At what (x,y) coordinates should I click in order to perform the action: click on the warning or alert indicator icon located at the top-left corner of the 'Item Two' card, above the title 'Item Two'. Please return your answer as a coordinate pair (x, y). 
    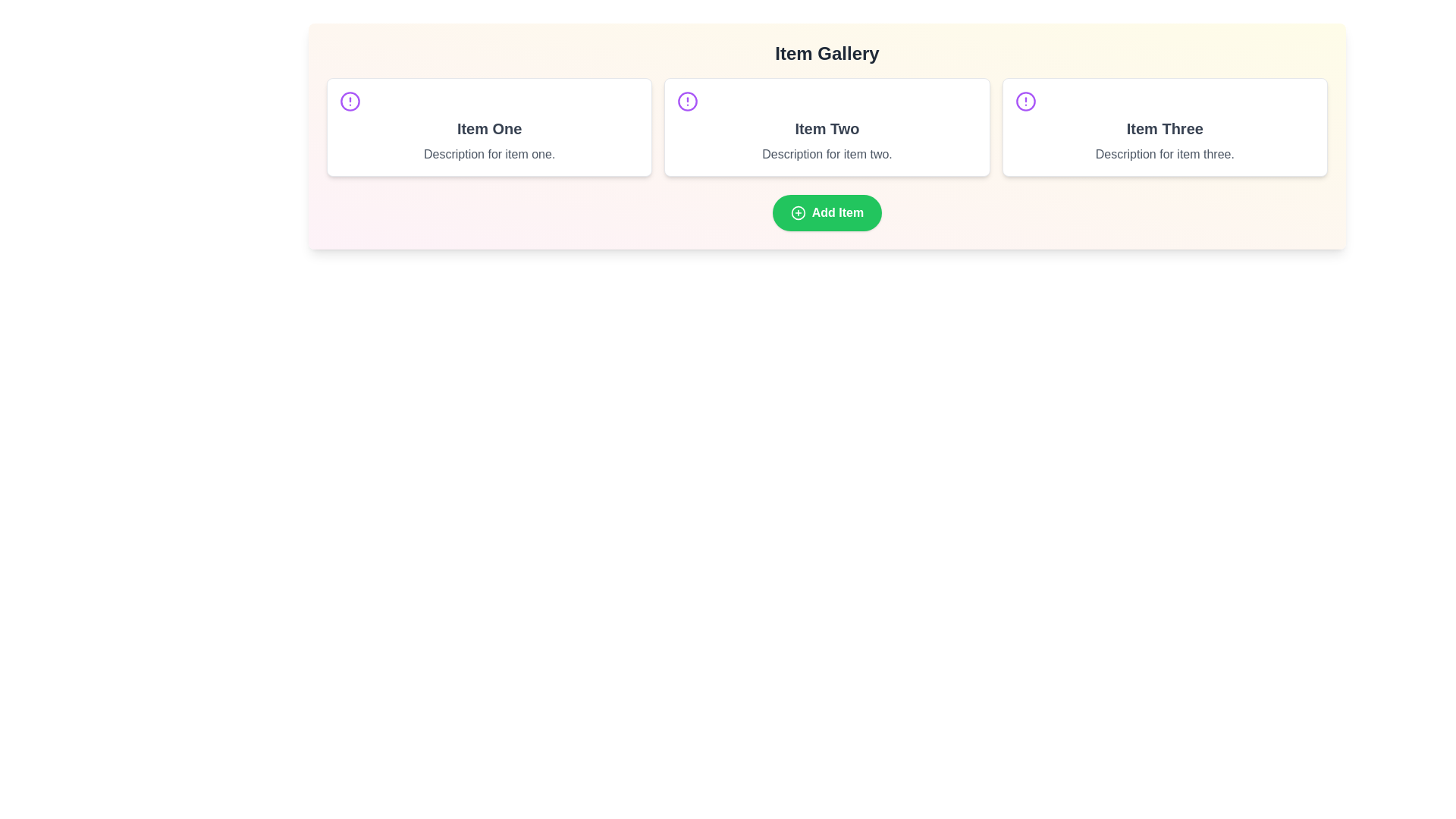
    Looking at the image, I should click on (687, 102).